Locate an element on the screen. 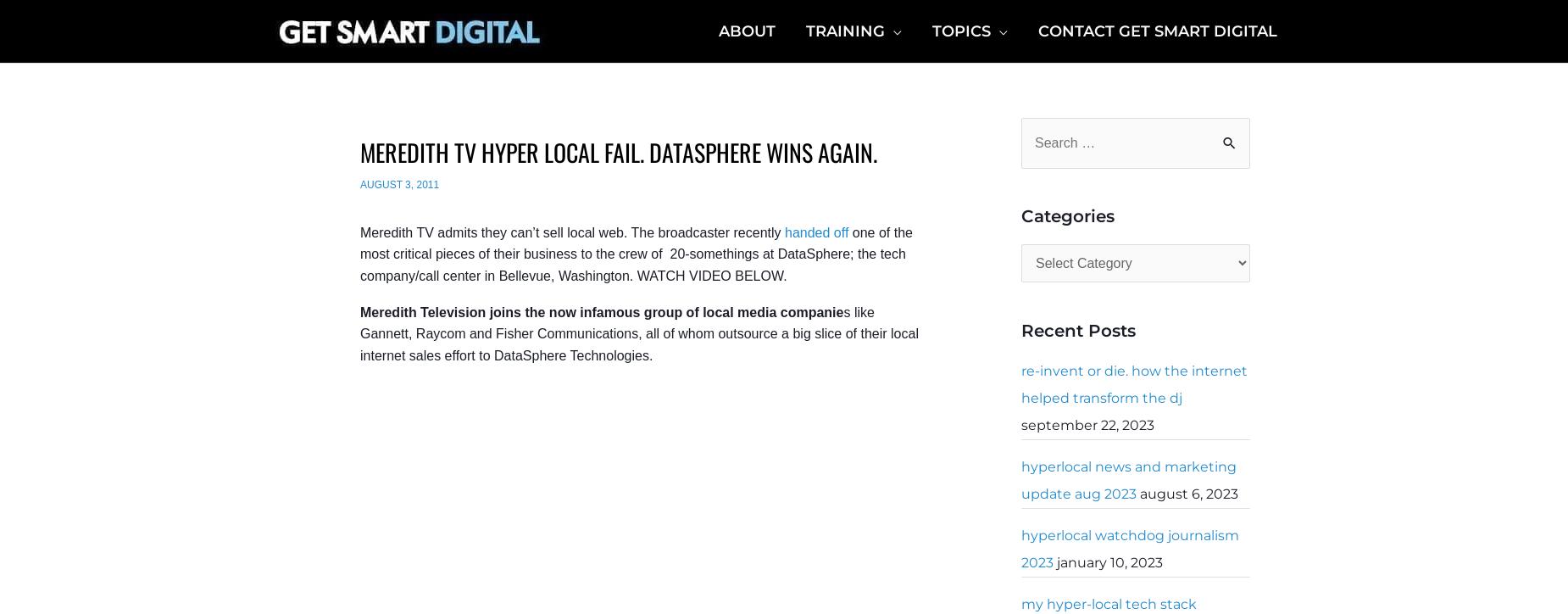 The width and height of the screenshot is (1568, 614). 'Recent Posts' is located at coordinates (1077, 330).